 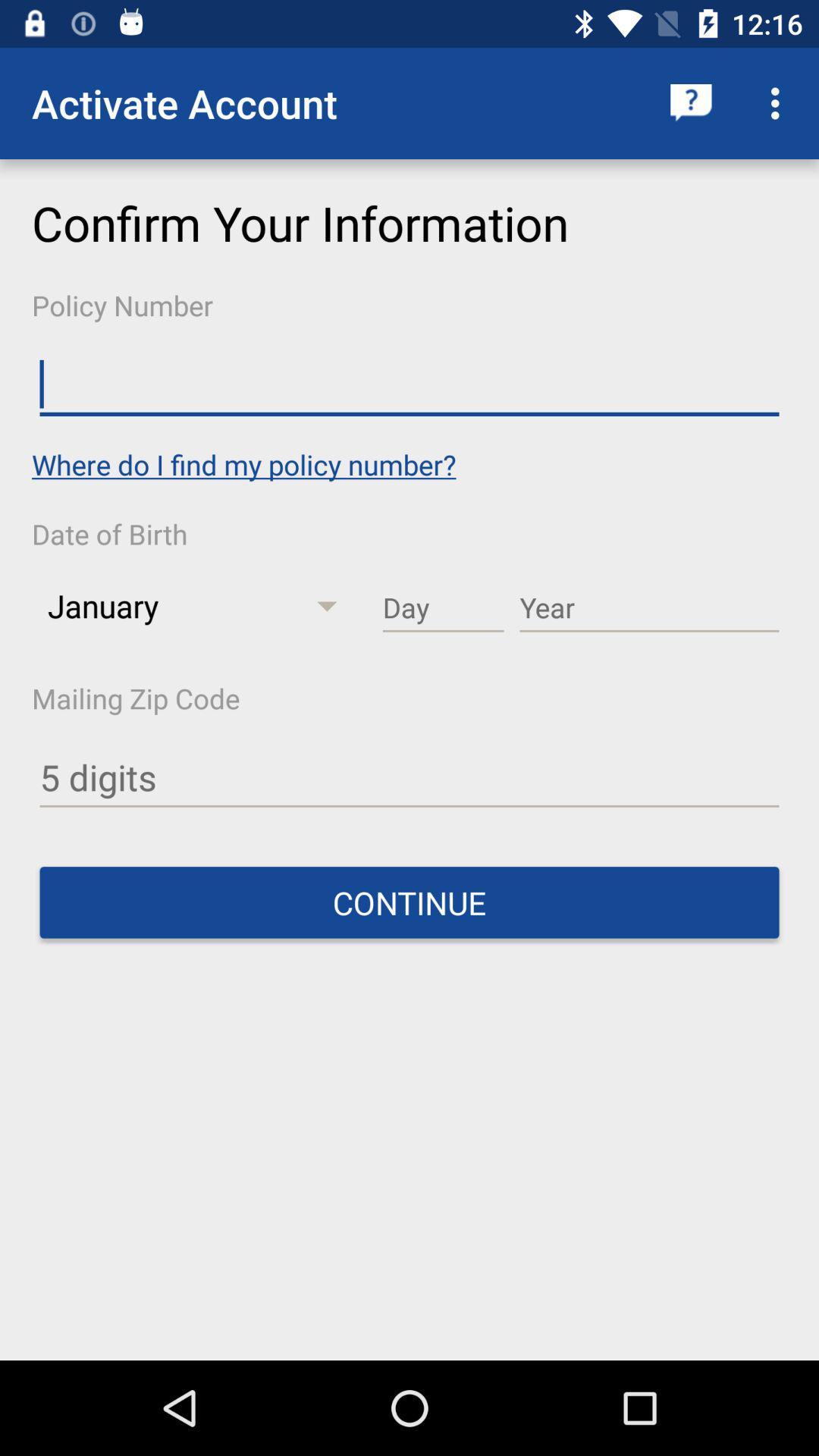 What do you see at coordinates (443, 608) in the screenshot?
I see `day` at bounding box center [443, 608].